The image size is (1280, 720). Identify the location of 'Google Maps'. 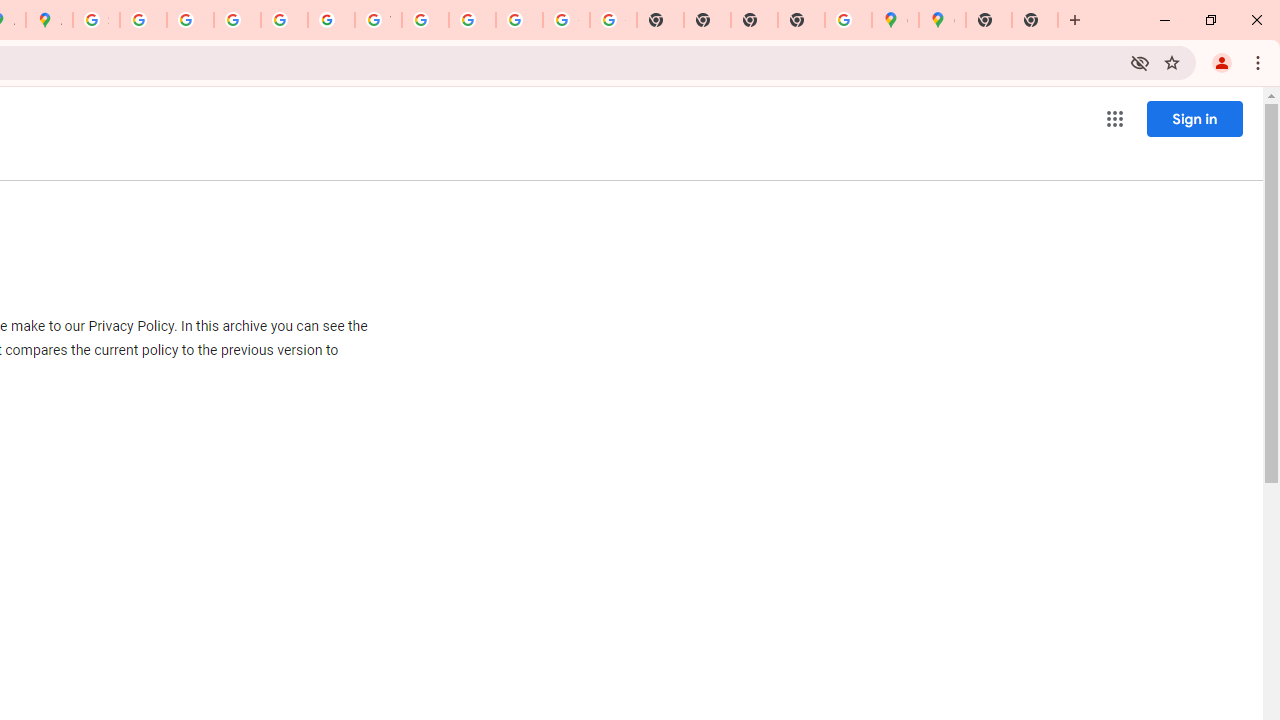
(941, 20).